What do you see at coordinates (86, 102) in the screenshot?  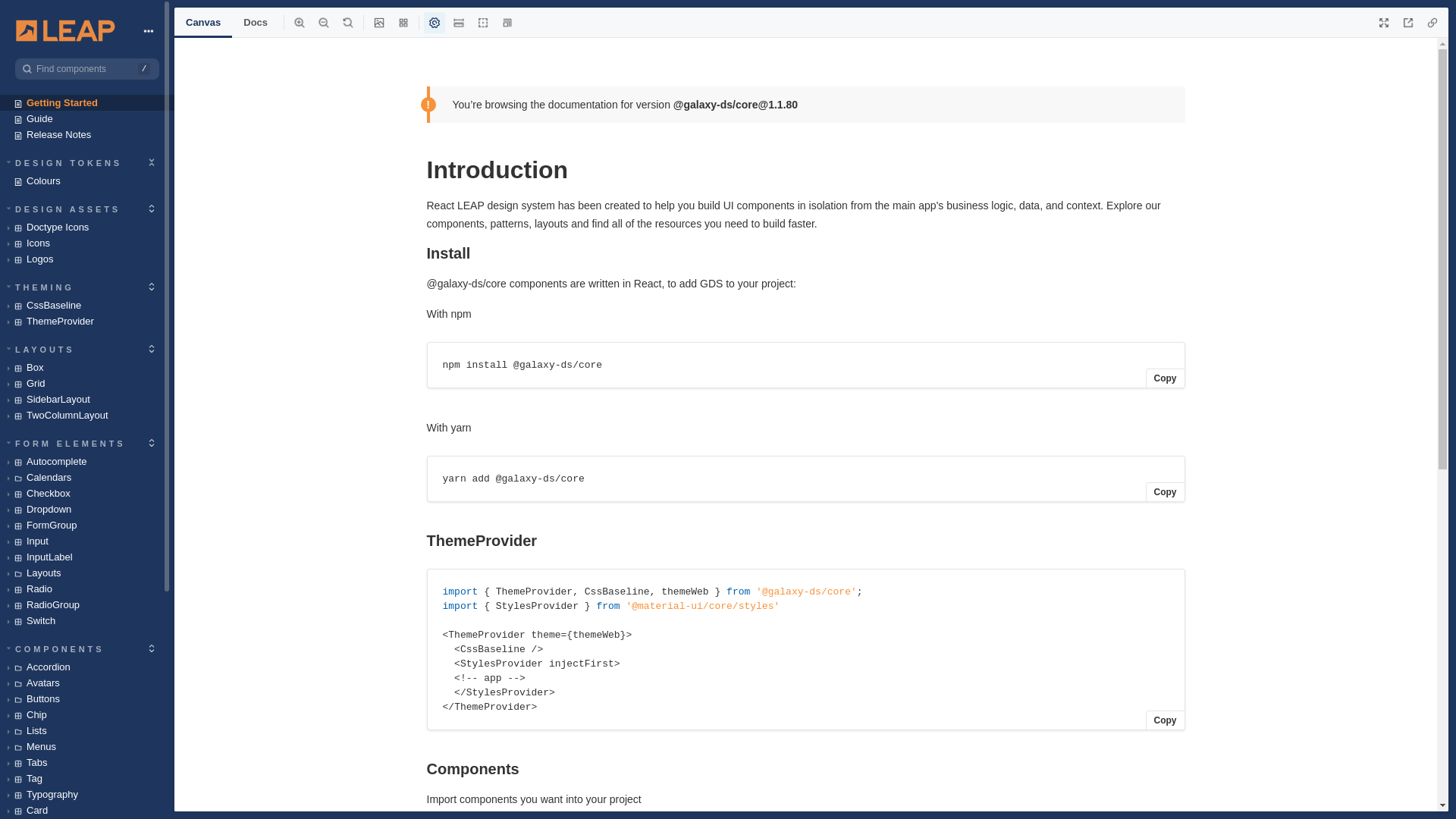 I see `'Getting Started'` at bounding box center [86, 102].